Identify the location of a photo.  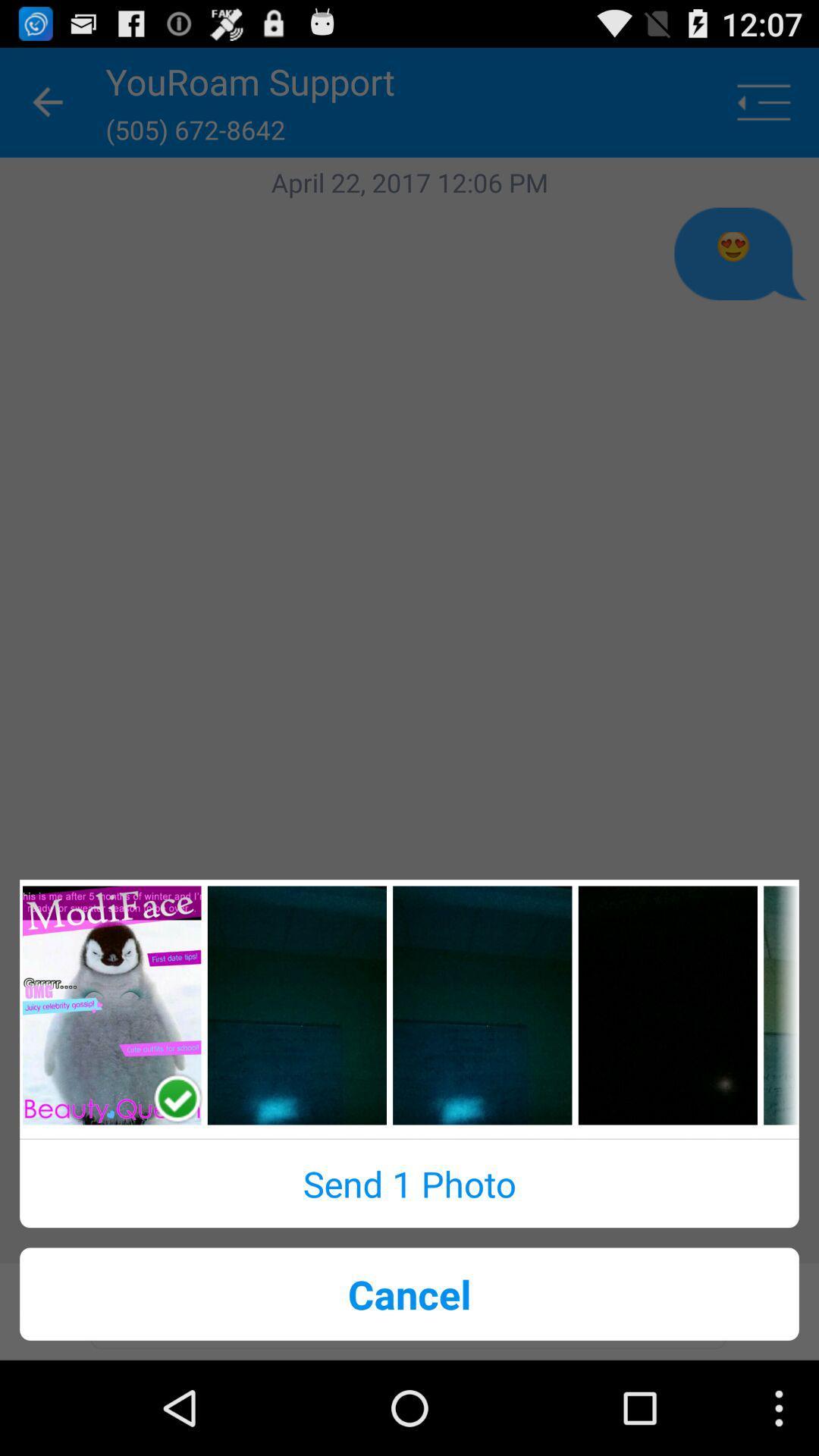
(111, 1005).